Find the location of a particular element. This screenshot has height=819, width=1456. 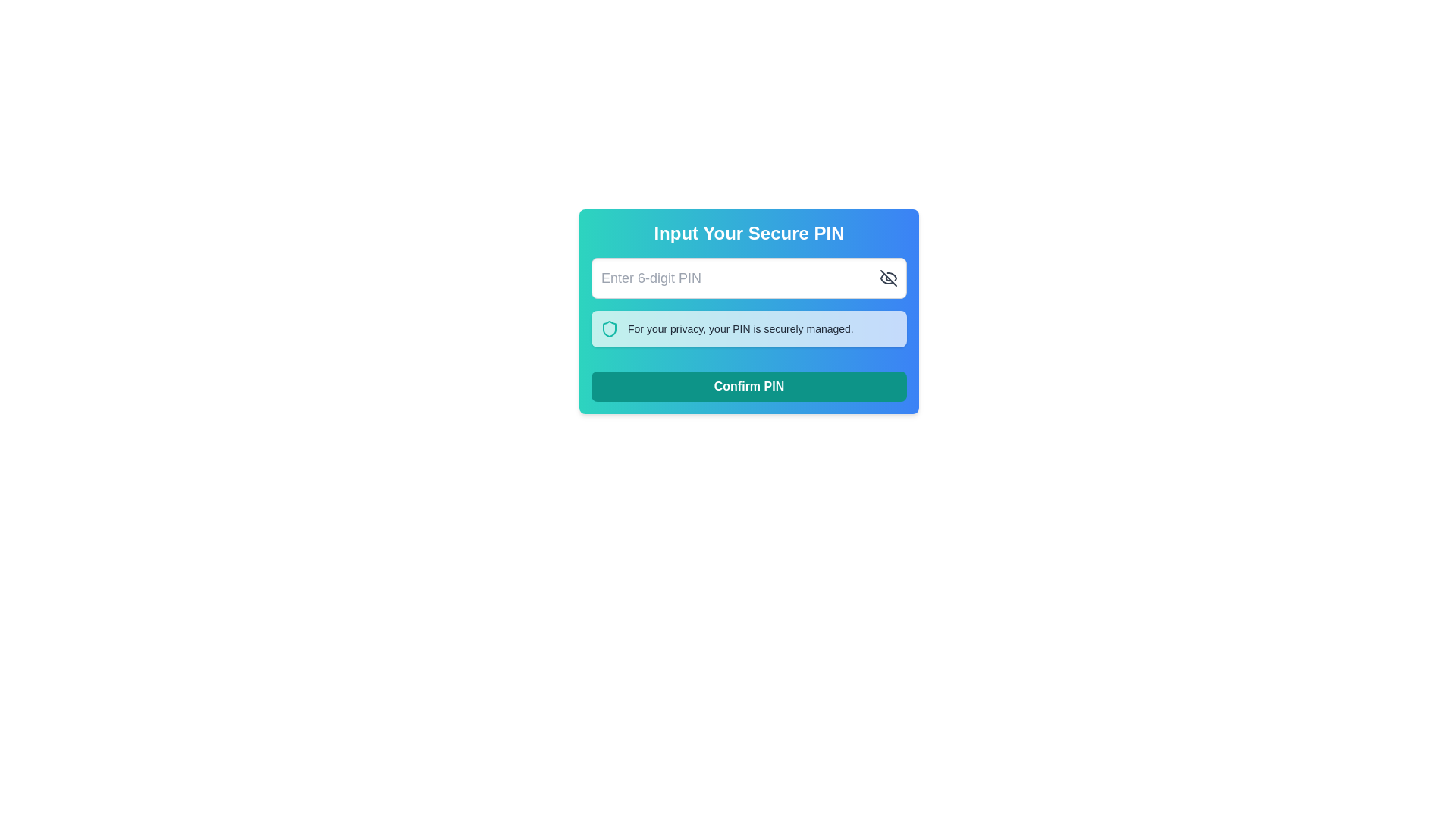

the visibility toggler icon located at the right-end of the PIN input box is located at coordinates (888, 278).